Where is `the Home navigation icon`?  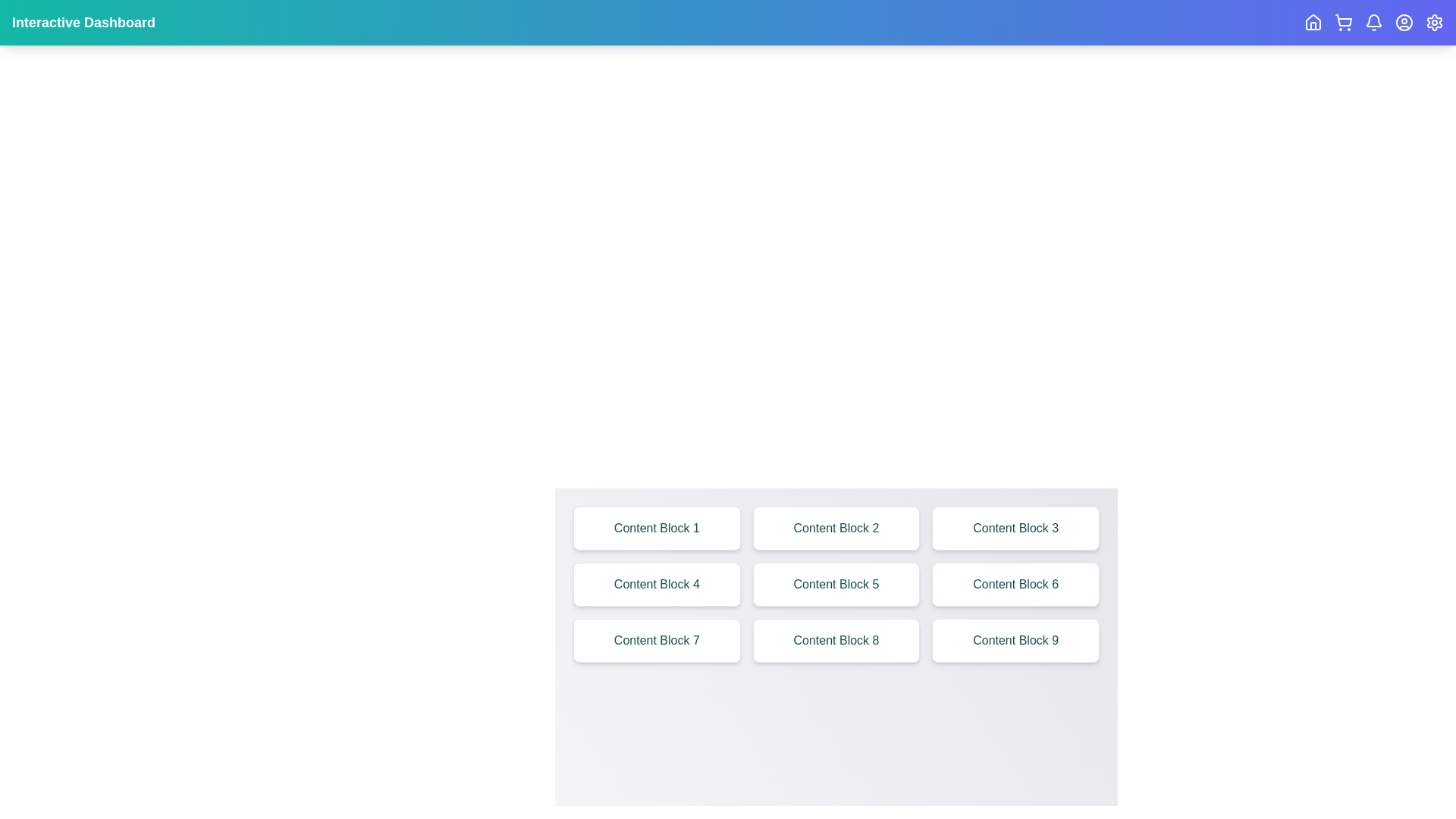
the Home navigation icon is located at coordinates (1313, 23).